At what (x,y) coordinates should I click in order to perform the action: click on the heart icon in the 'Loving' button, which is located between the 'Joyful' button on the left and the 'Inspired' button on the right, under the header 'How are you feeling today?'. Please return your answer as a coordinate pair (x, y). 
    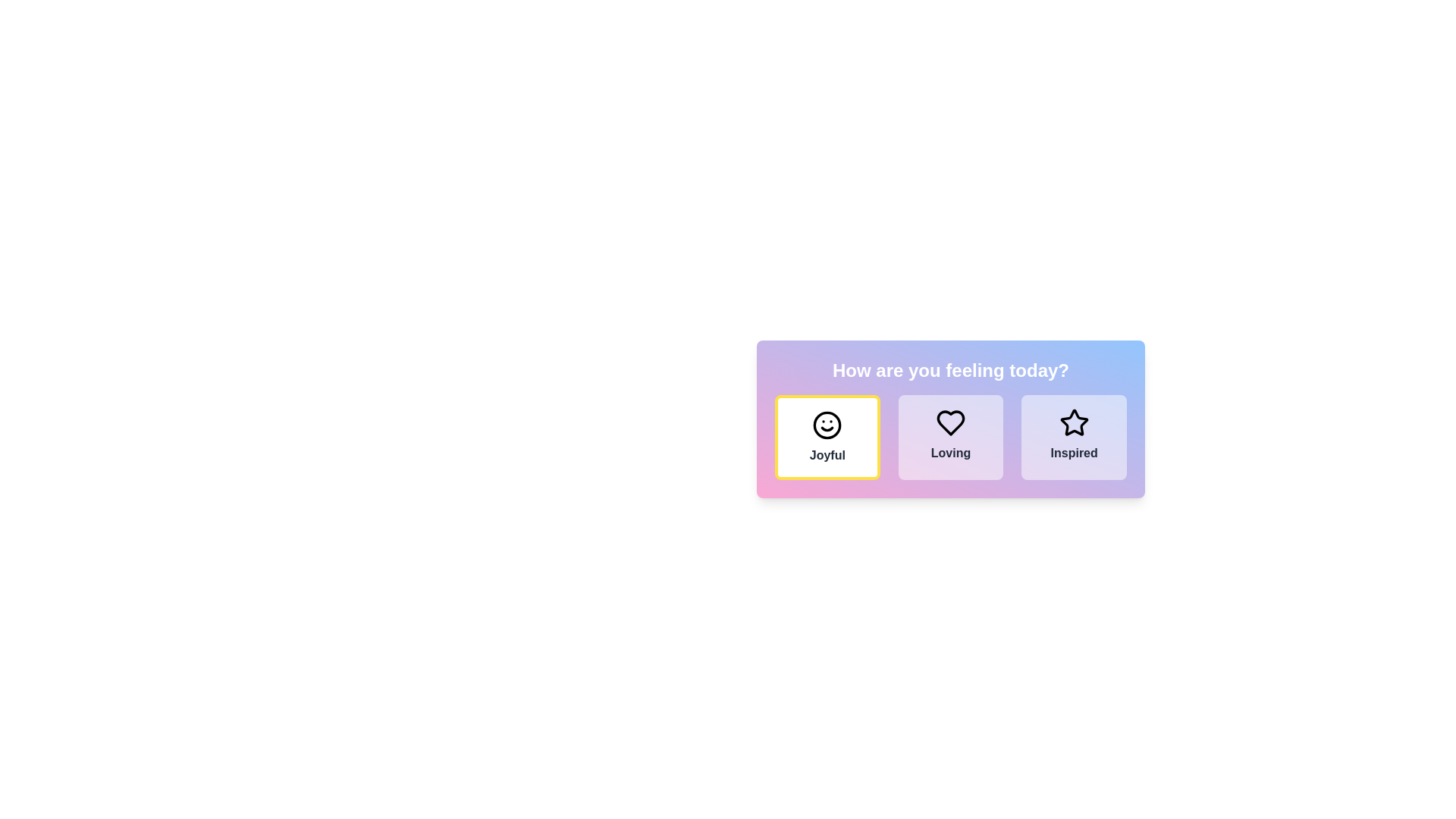
    Looking at the image, I should click on (949, 423).